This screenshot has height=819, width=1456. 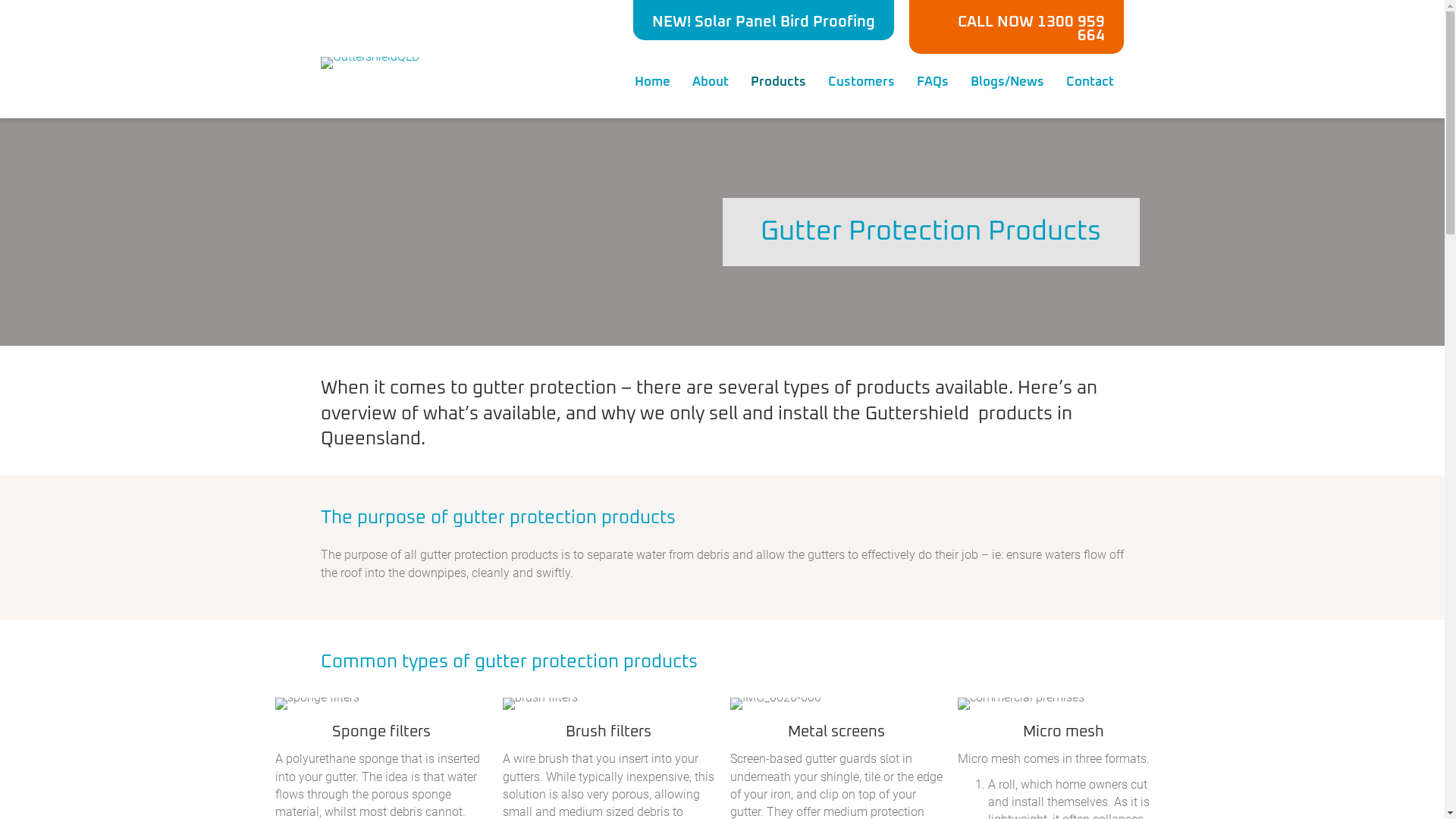 I want to click on 'GuttershieldQLD', so click(x=319, y=62).